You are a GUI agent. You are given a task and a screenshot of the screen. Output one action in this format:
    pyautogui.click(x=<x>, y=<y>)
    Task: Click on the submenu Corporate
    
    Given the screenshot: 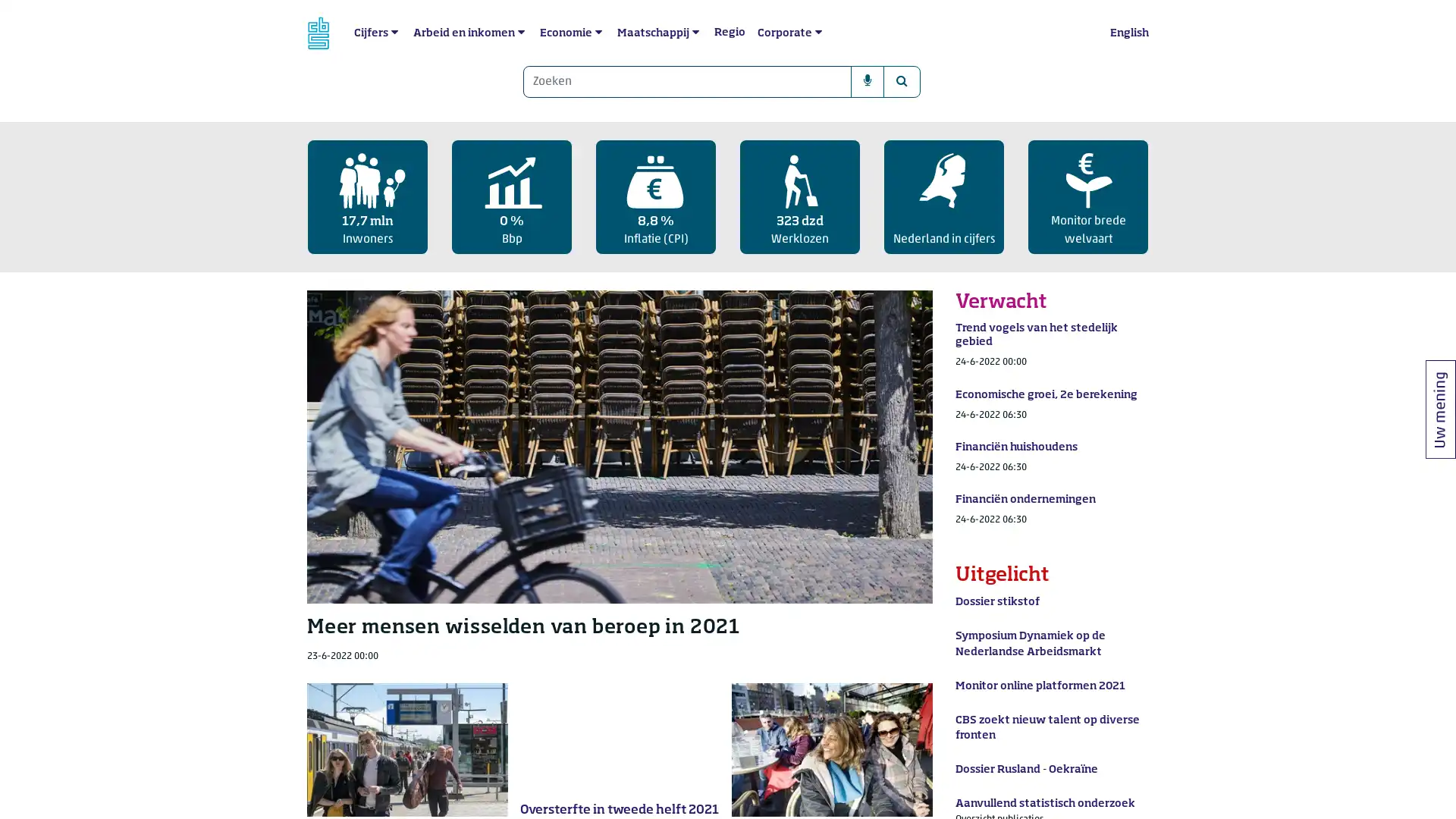 What is the action you would take?
    pyautogui.click(x=817, y=32)
    